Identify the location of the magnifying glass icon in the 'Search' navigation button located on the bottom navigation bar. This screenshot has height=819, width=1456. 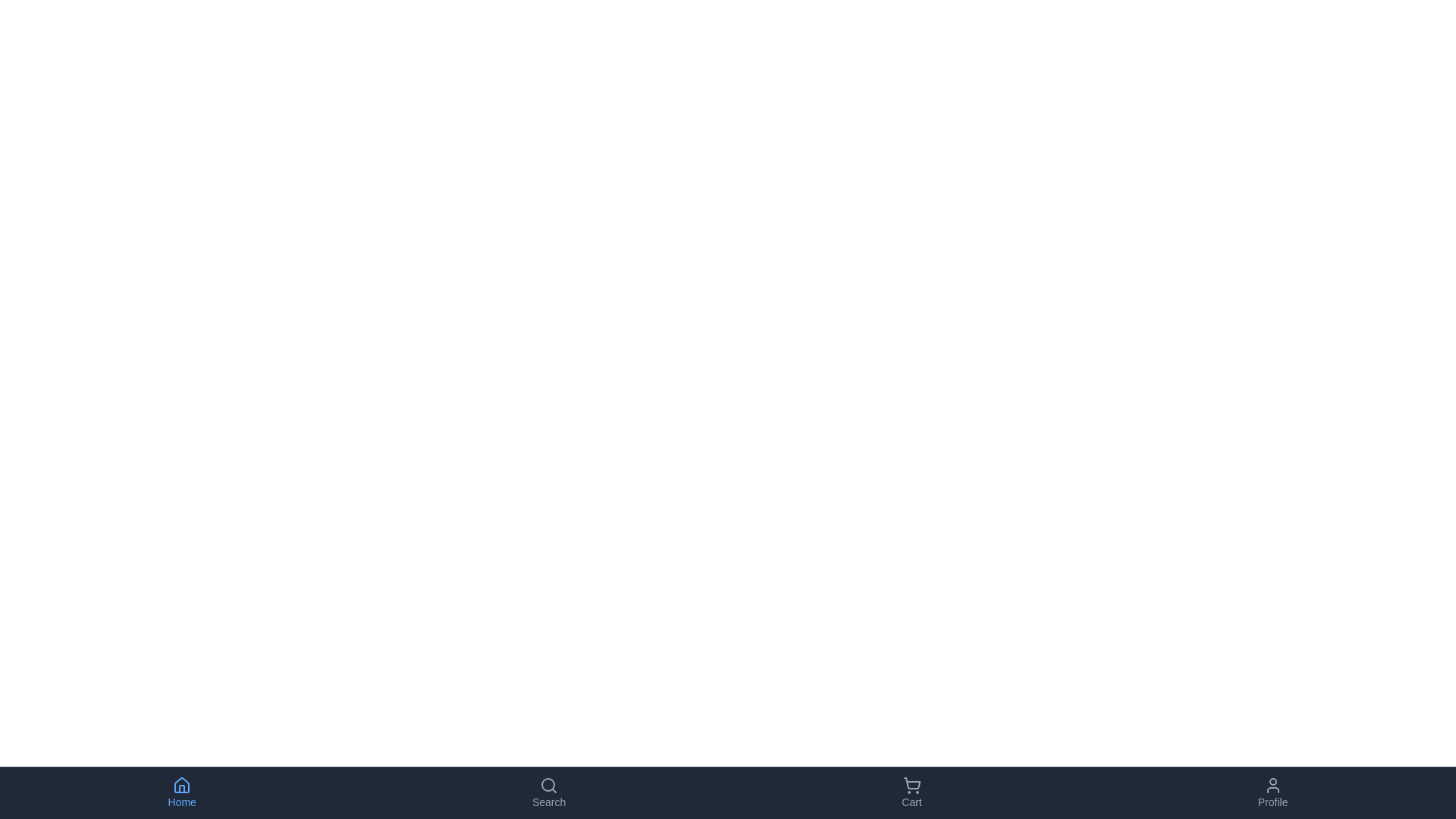
(548, 785).